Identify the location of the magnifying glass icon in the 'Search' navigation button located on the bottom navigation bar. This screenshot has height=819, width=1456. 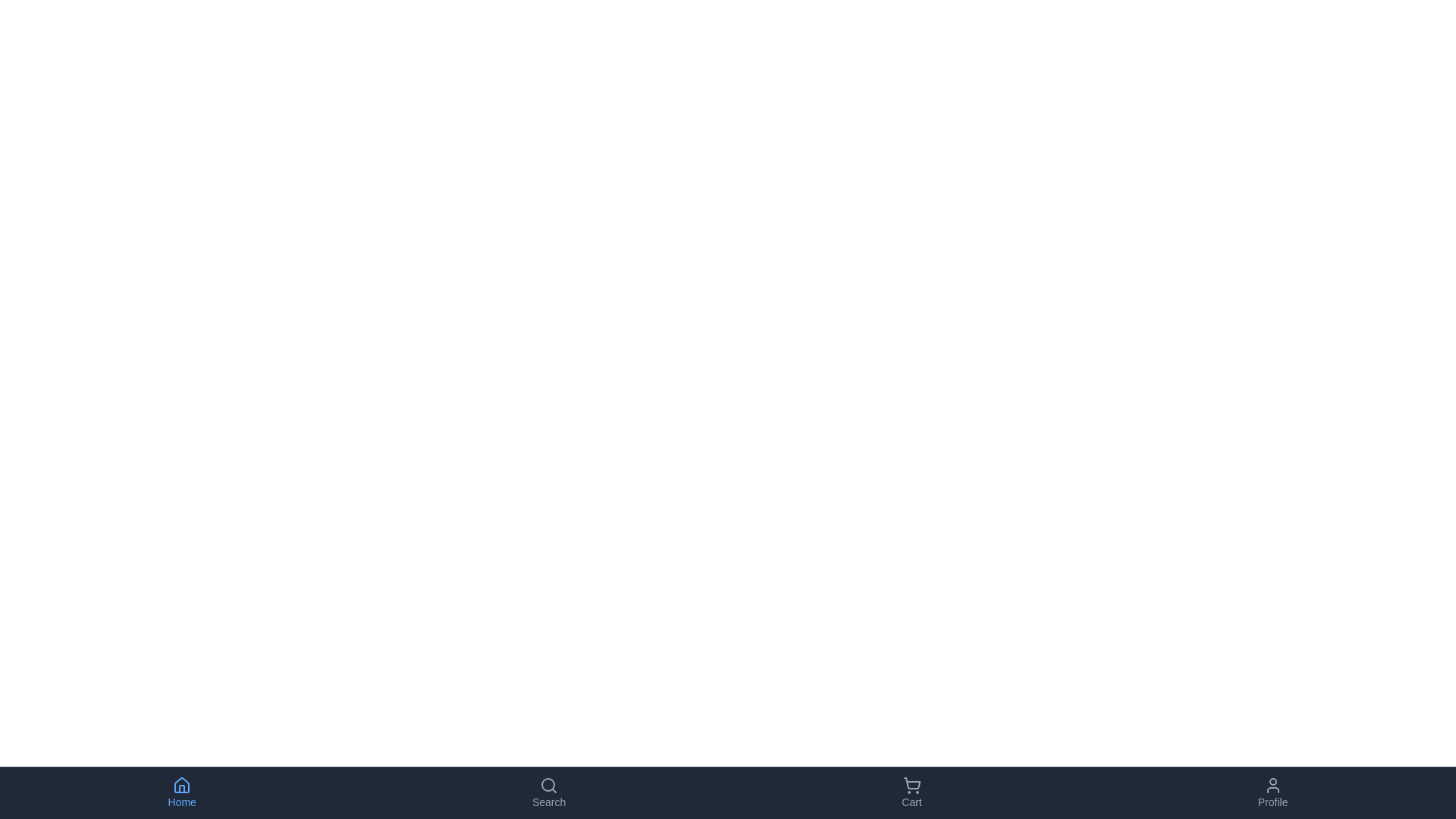
(548, 785).